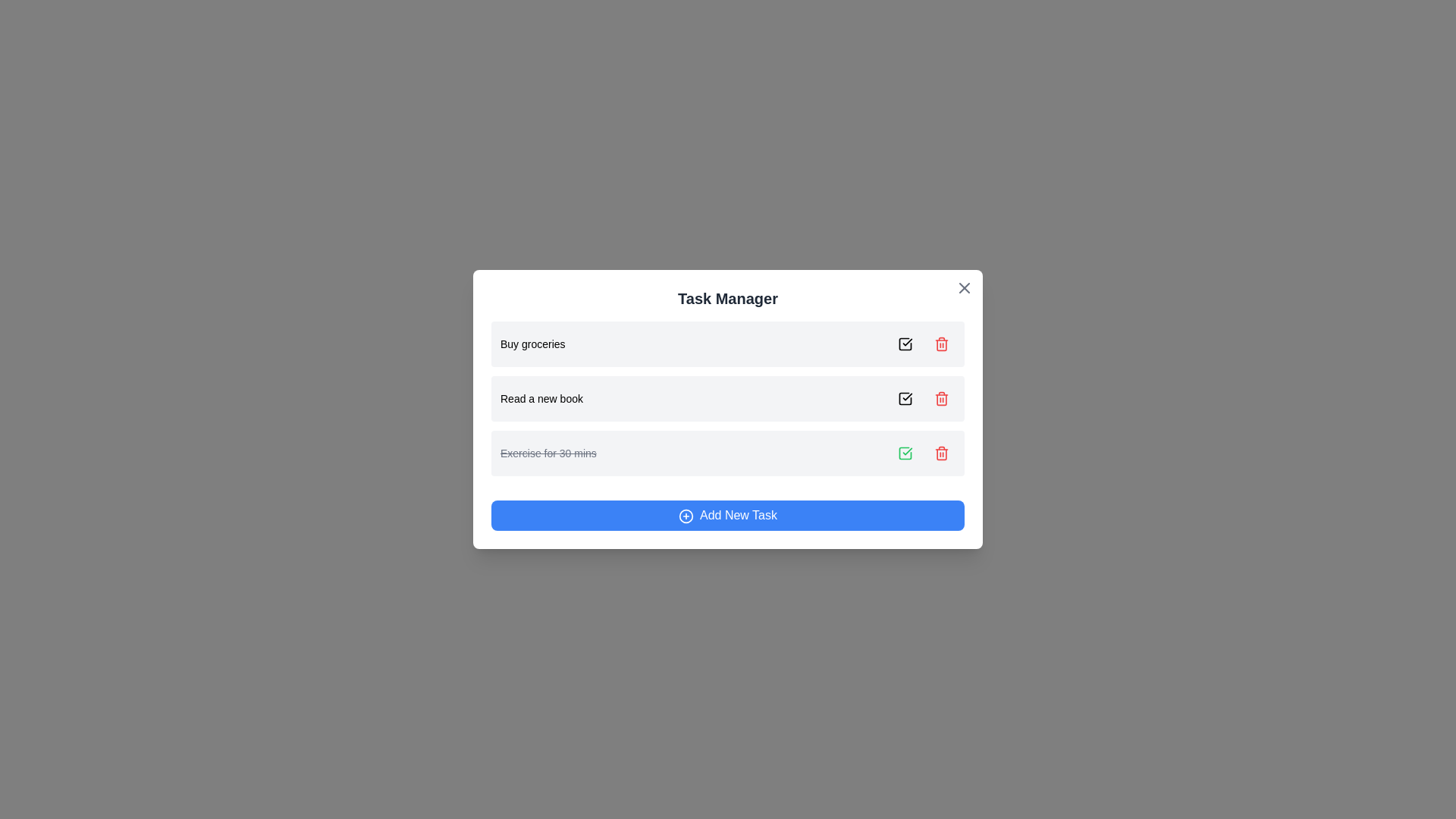 The height and width of the screenshot is (819, 1456). What do you see at coordinates (941, 452) in the screenshot?
I see `the delete button icon located in the third task entry of the task manager` at bounding box center [941, 452].